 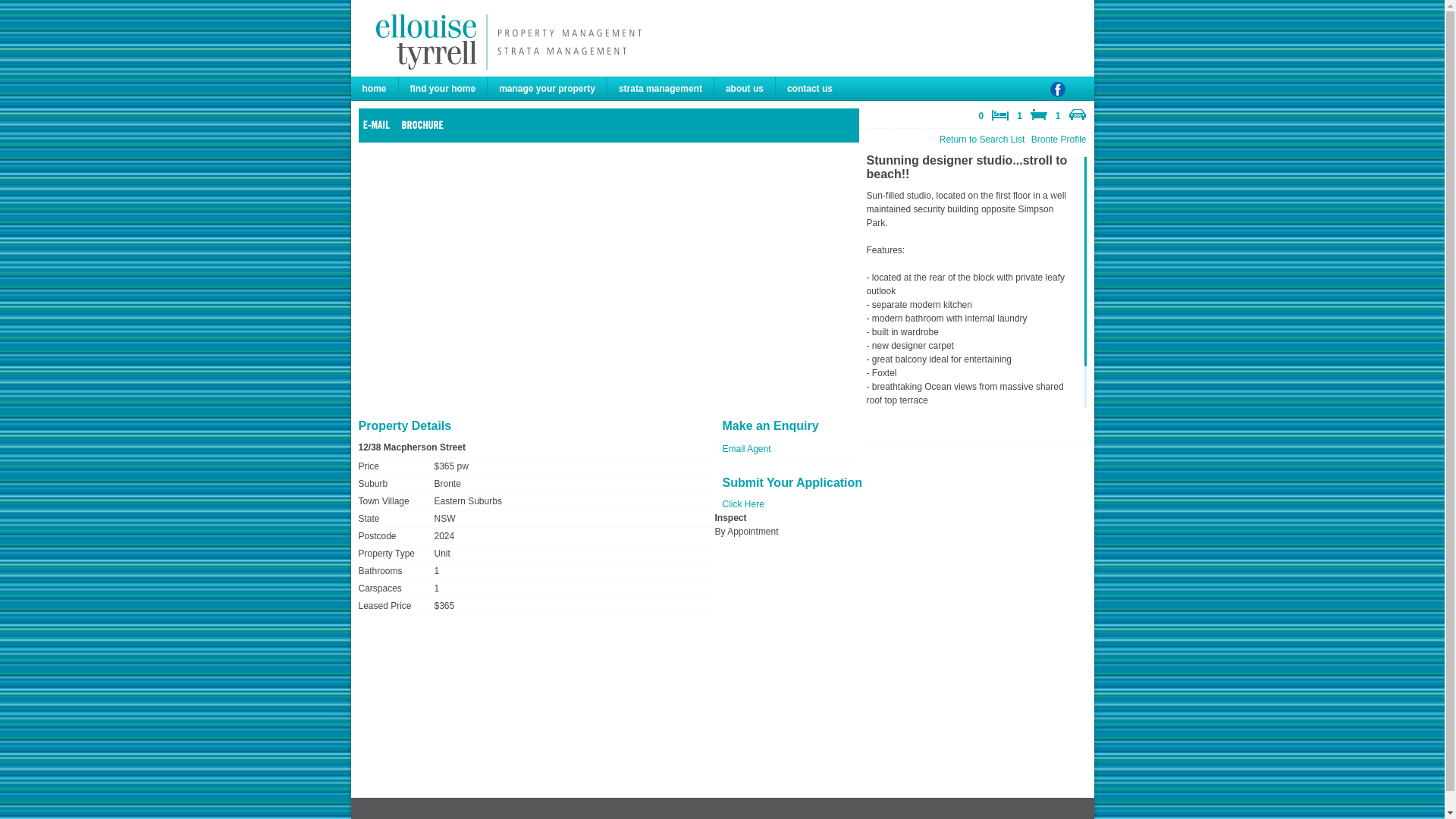 What do you see at coordinates (661, 88) in the screenshot?
I see `'strata management'` at bounding box center [661, 88].